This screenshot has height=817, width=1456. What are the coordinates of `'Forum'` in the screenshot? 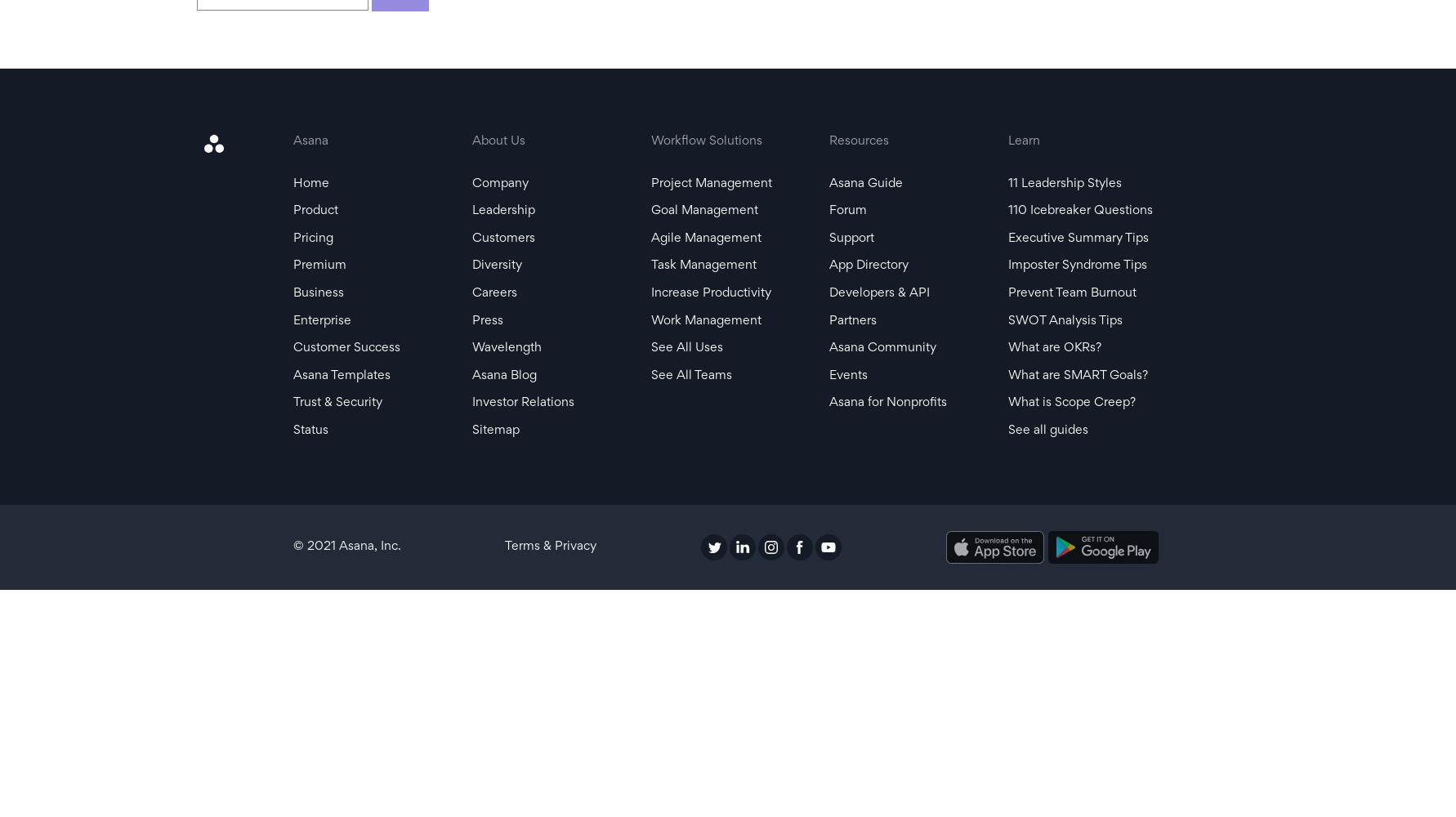 It's located at (847, 211).